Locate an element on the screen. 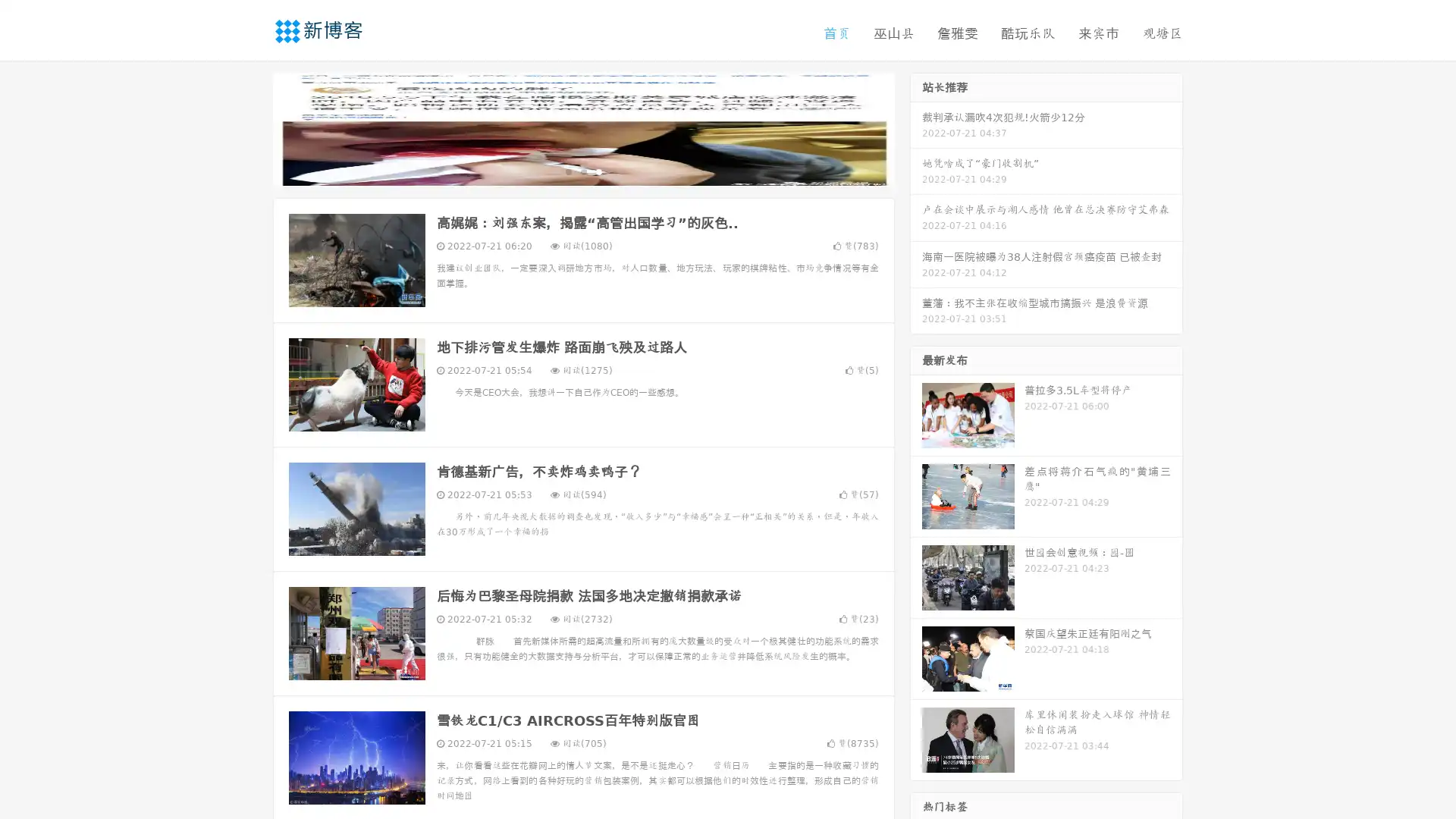  Go to slide 1 is located at coordinates (567, 171).